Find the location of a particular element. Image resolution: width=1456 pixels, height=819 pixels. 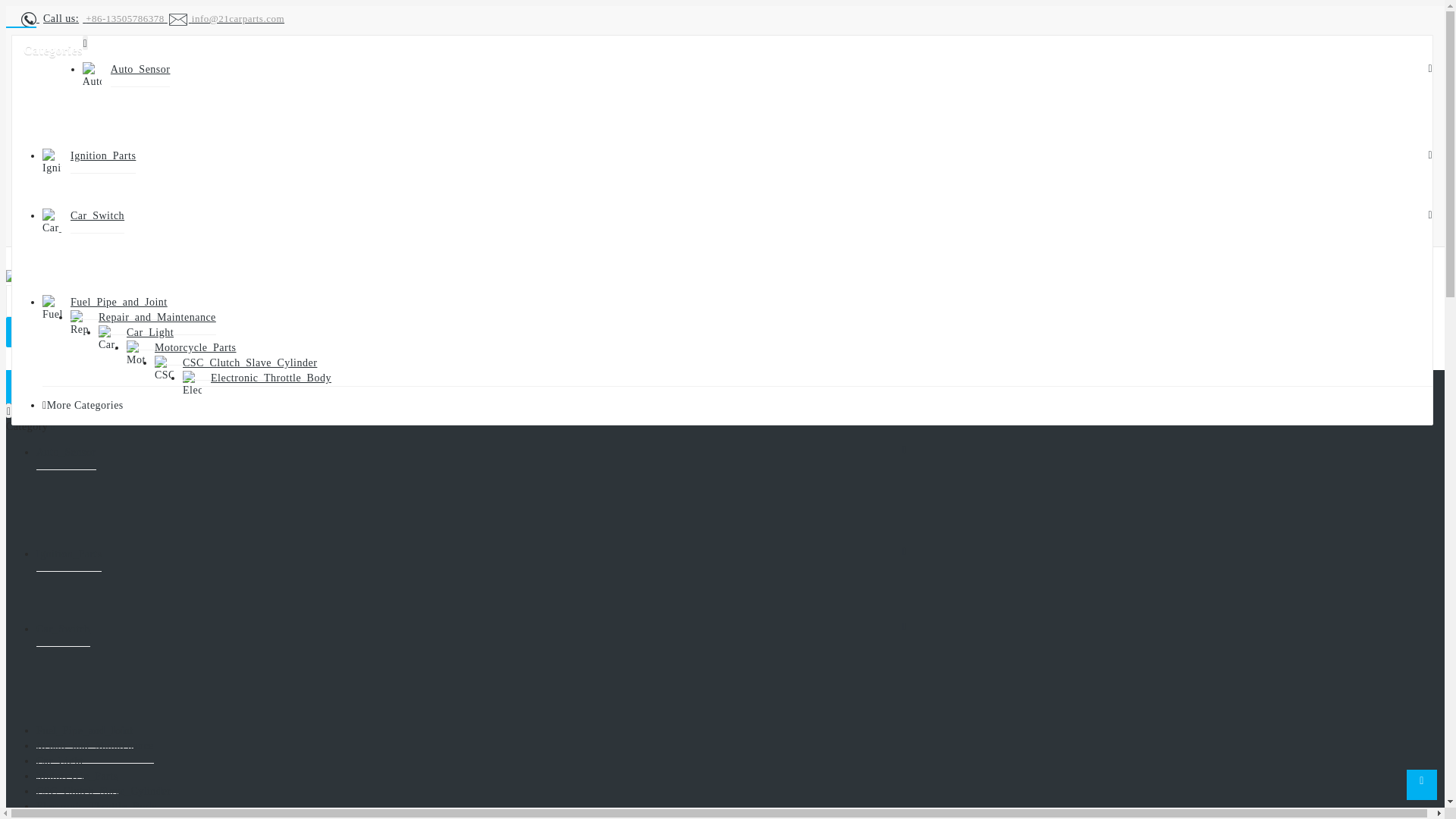

'info@21carparts.com' is located at coordinates (224, 18).